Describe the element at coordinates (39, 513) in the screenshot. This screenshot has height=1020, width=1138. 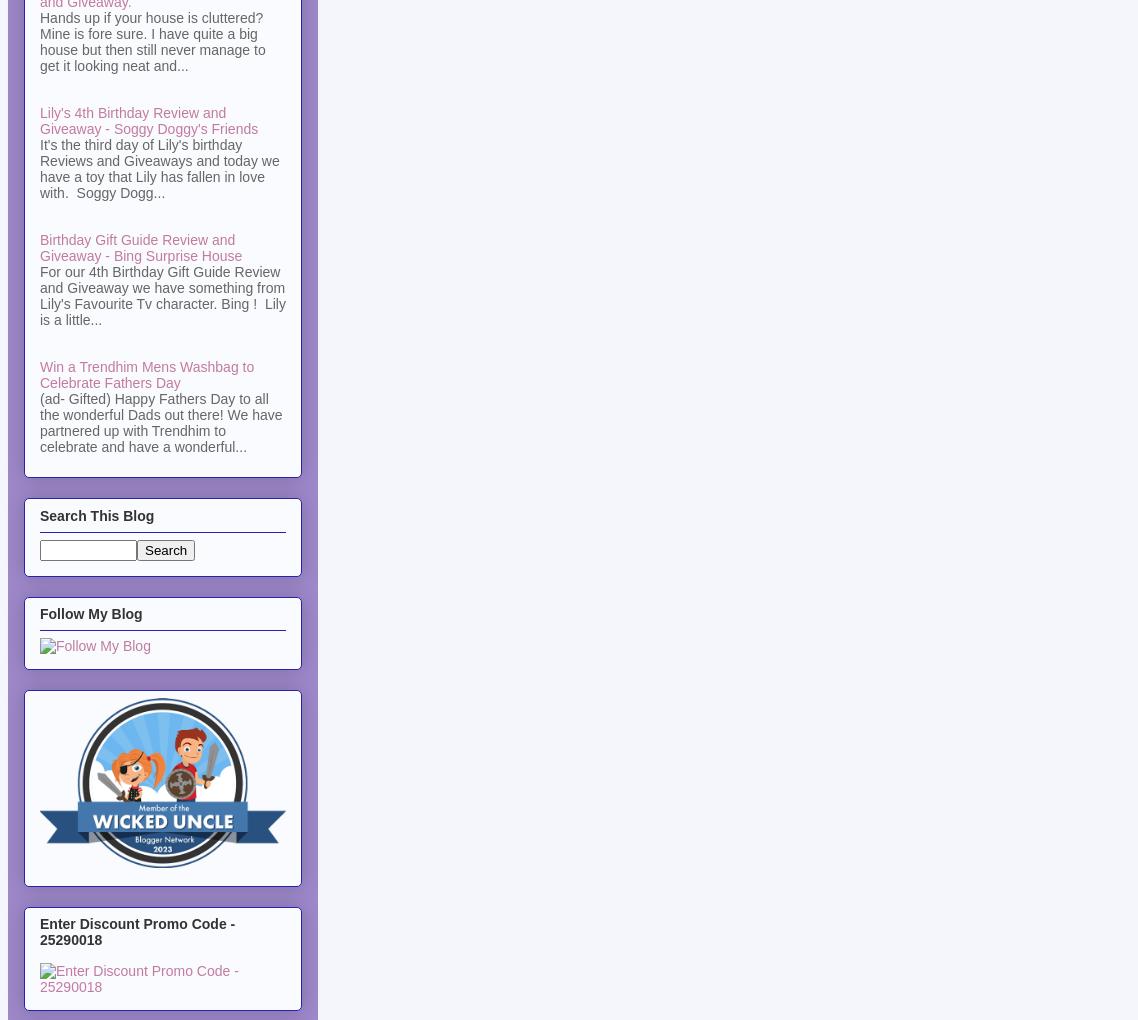
I see `'Search This Blog'` at that location.